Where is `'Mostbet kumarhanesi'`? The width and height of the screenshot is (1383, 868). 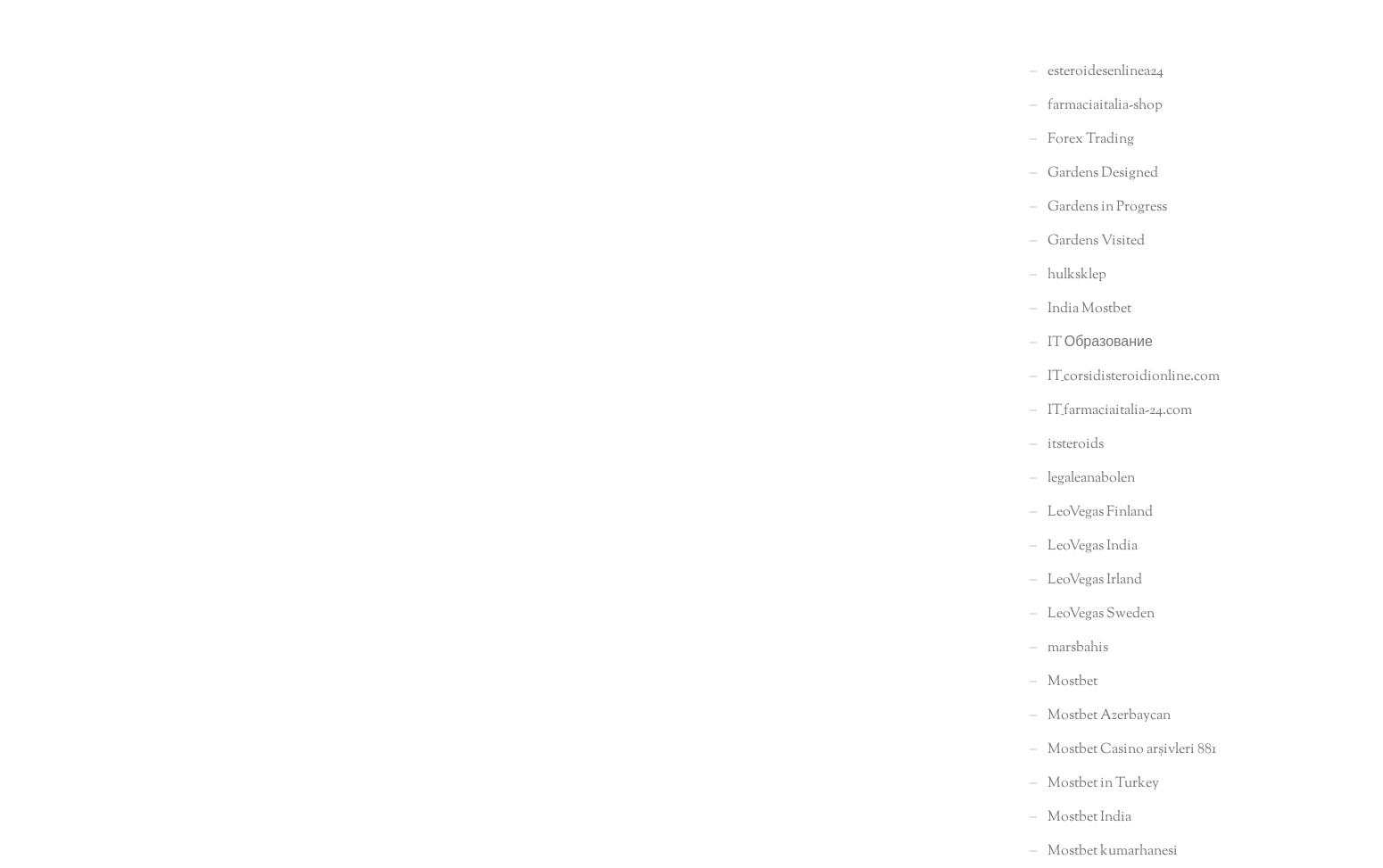
'Mostbet kumarhanesi' is located at coordinates (1111, 849).